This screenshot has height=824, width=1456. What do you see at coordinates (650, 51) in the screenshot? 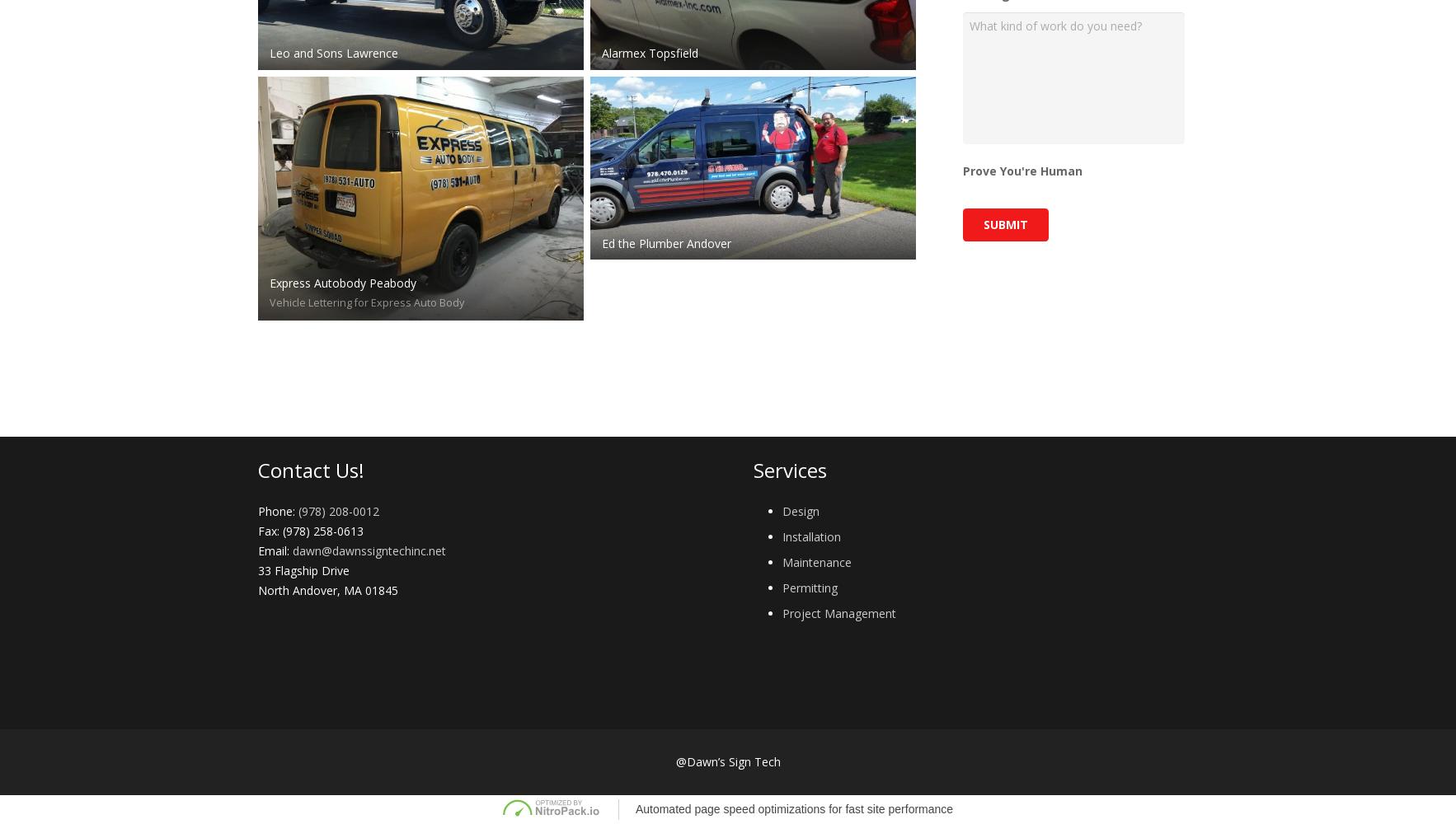
I see `'Alarmex Topsfield'` at bounding box center [650, 51].